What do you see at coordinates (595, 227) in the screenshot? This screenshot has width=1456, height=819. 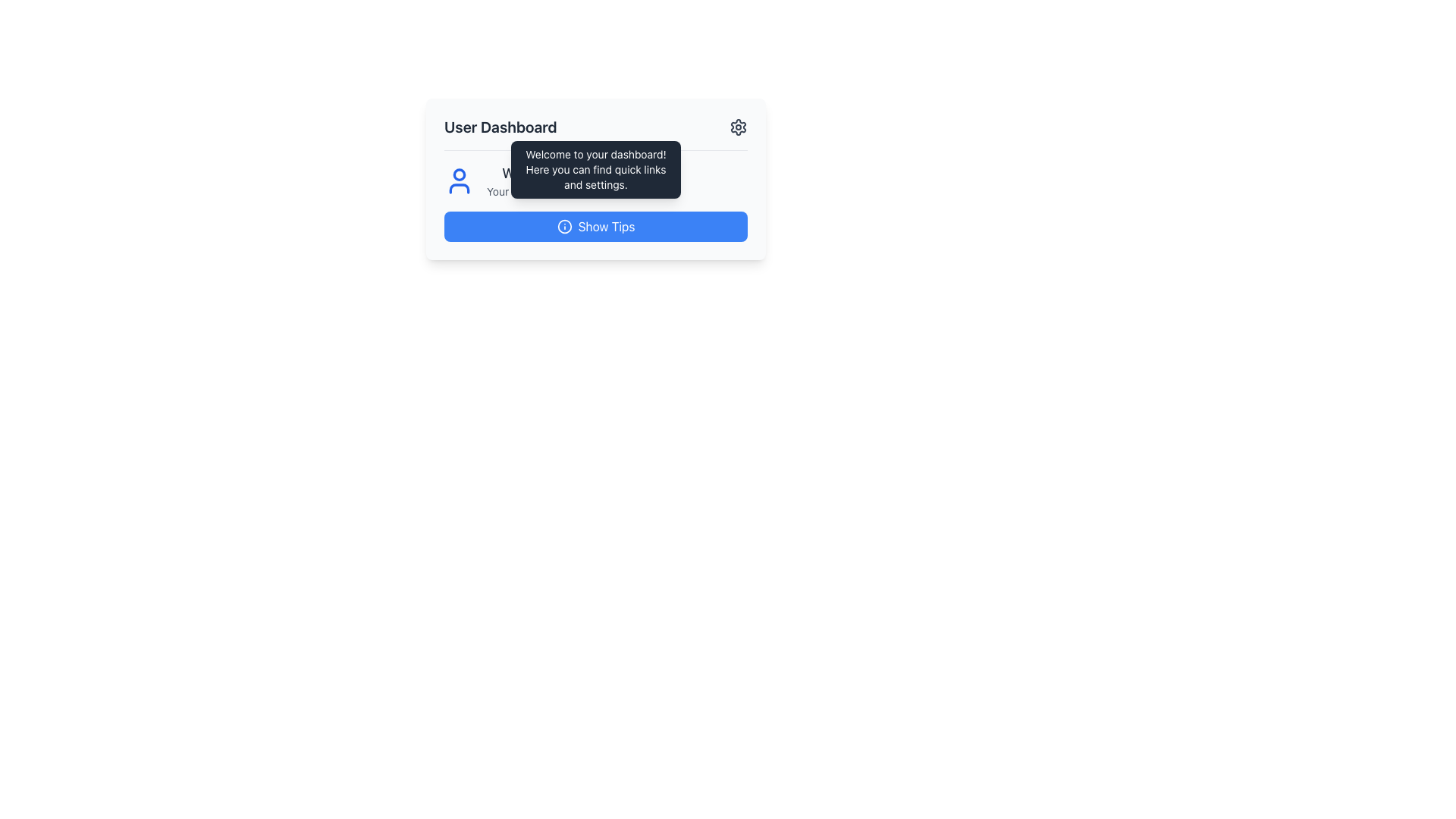 I see `the blue rectangular button labeled 'Show Tips' in the footer of the 'User Dashboard'` at bounding box center [595, 227].